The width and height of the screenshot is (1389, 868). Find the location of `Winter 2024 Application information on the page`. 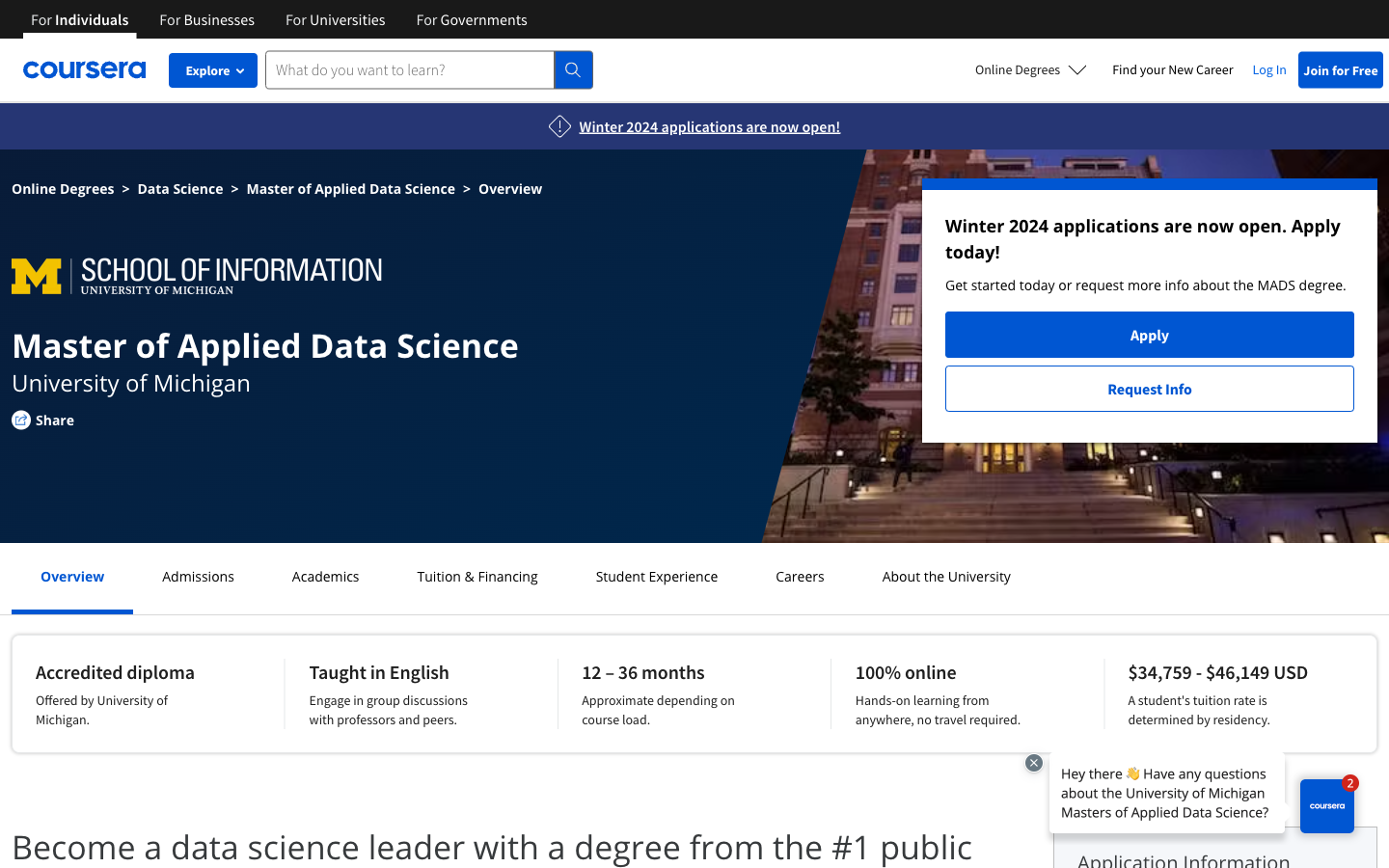

Winter 2024 Application information on the page is located at coordinates (708, 126).